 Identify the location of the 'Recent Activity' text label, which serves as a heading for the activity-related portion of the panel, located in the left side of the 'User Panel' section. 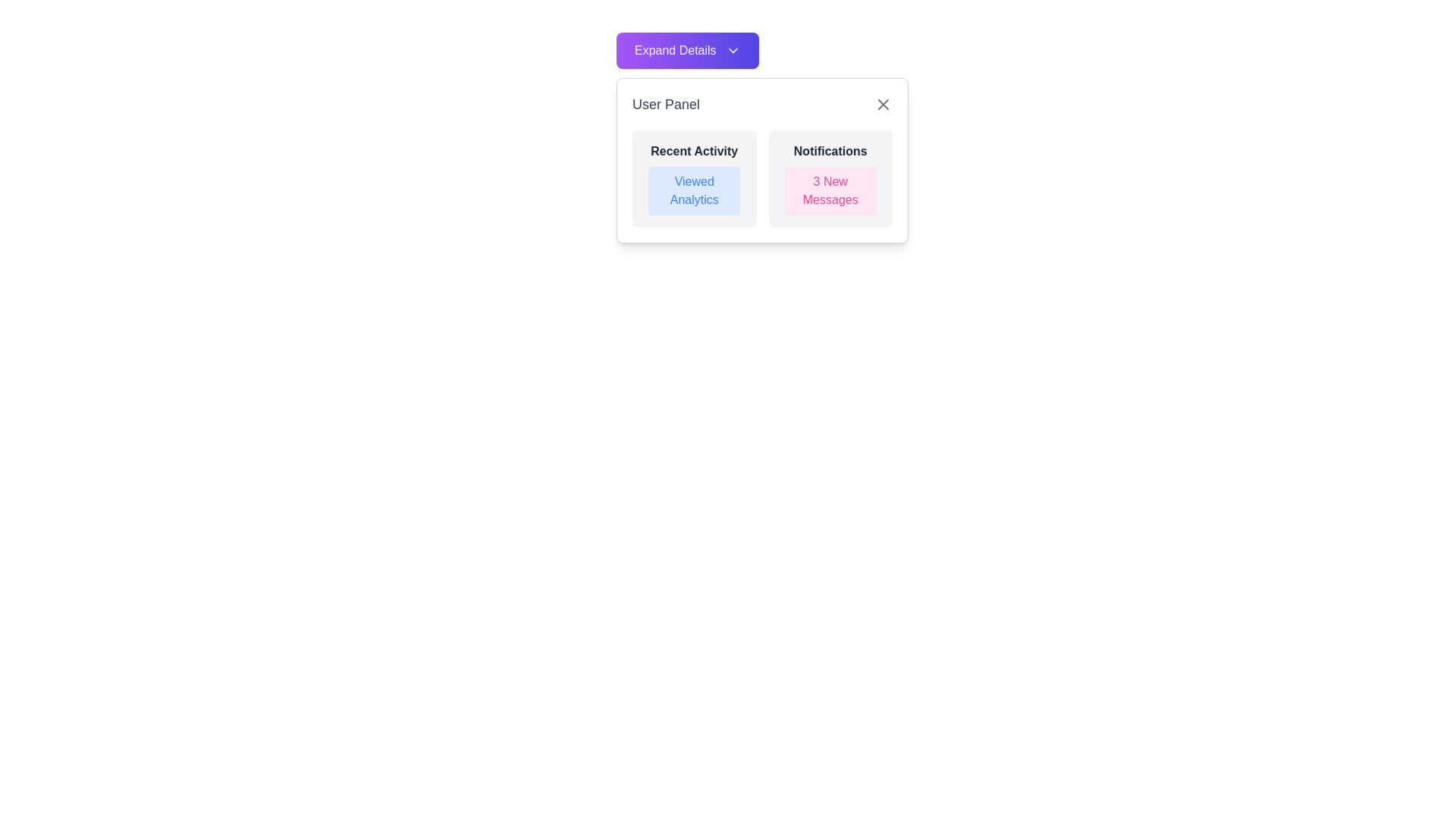
(693, 152).